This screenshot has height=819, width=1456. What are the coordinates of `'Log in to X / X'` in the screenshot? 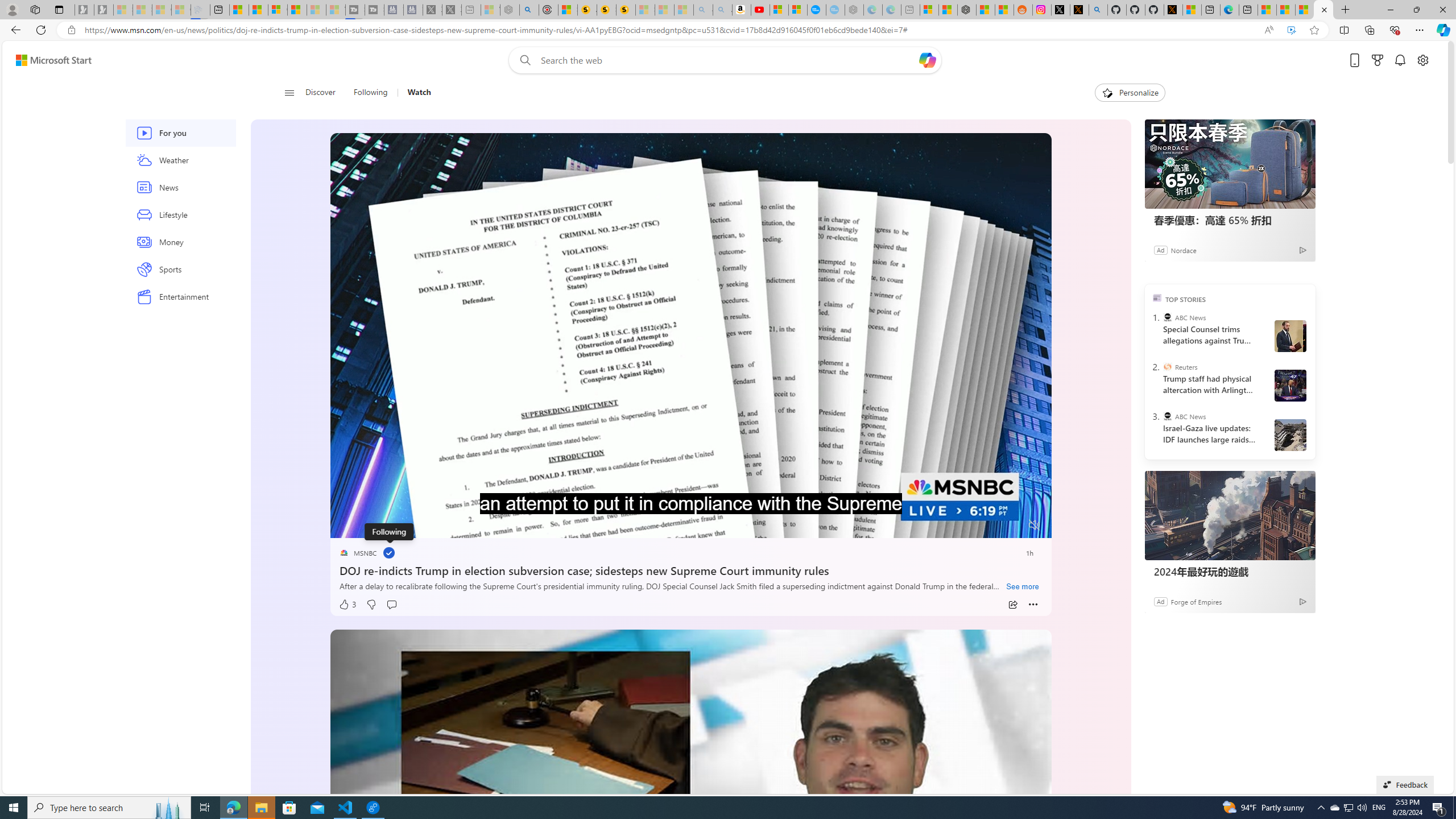 It's located at (1060, 9).